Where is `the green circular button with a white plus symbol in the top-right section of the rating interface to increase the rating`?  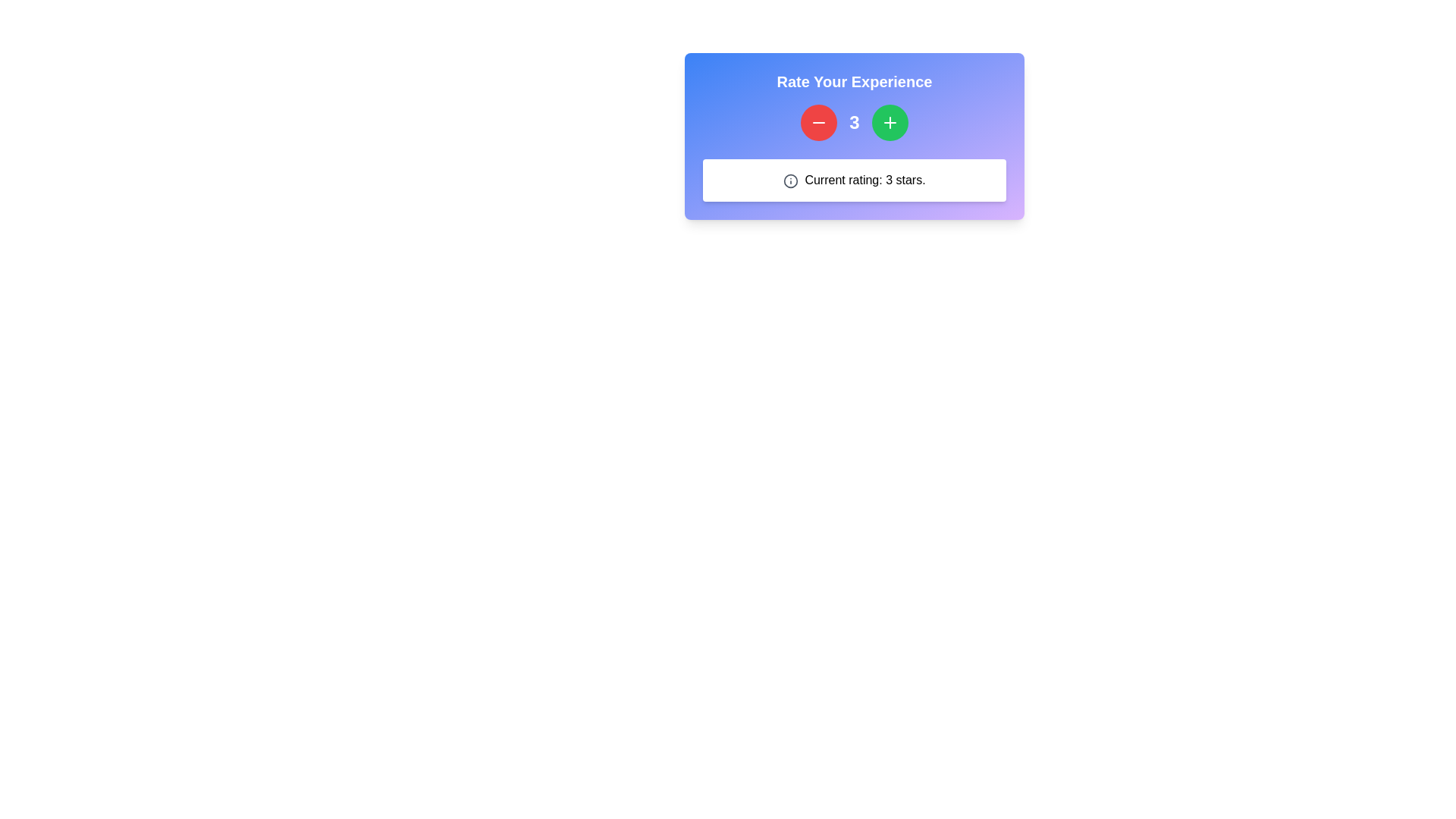 the green circular button with a white plus symbol in the top-right section of the rating interface to increase the rating is located at coordinates (890, 122).